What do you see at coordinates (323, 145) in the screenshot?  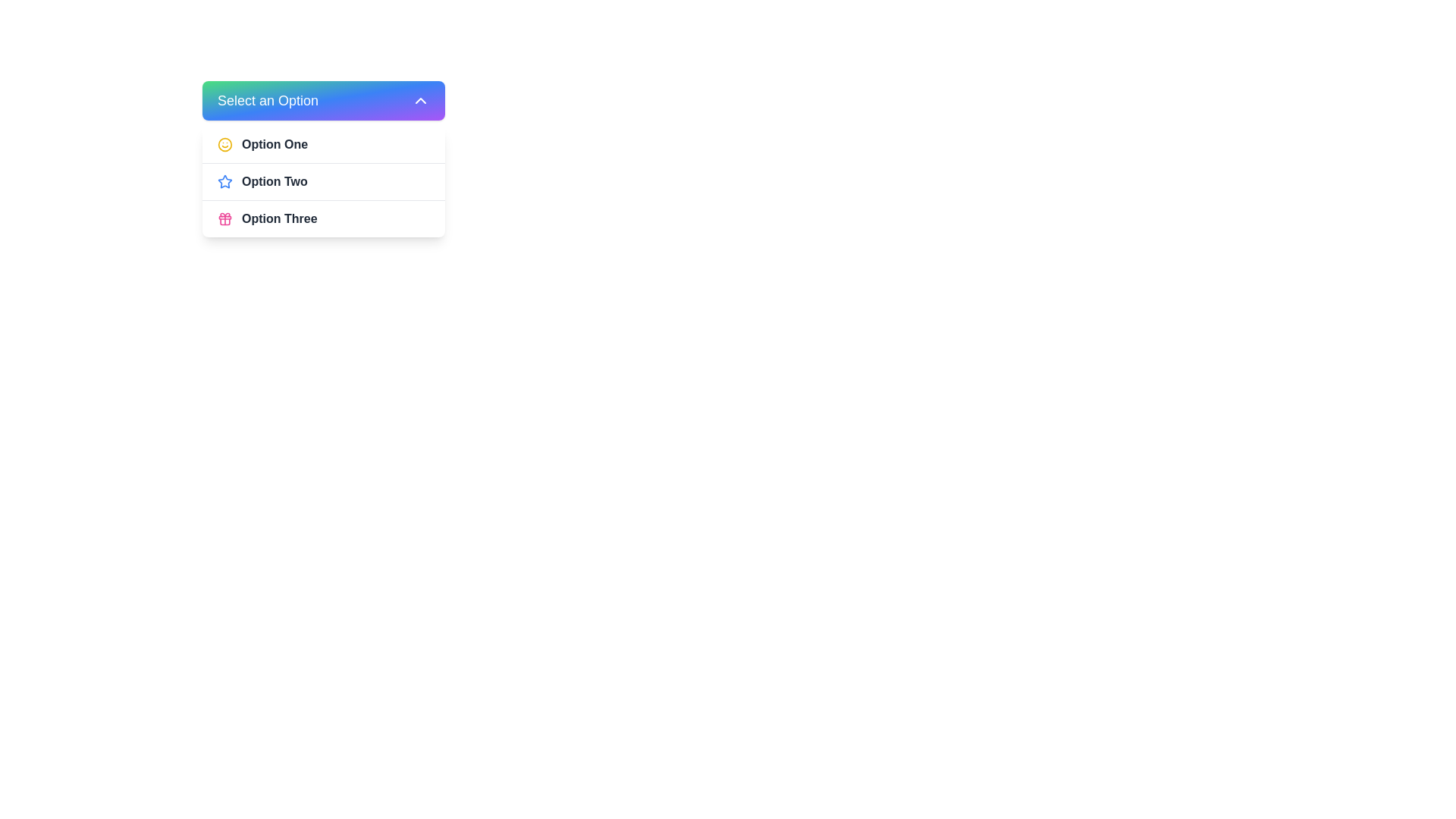 I see `the first option labeled 'Option One' in the dropdown menu` at bounding box center [323, 145].